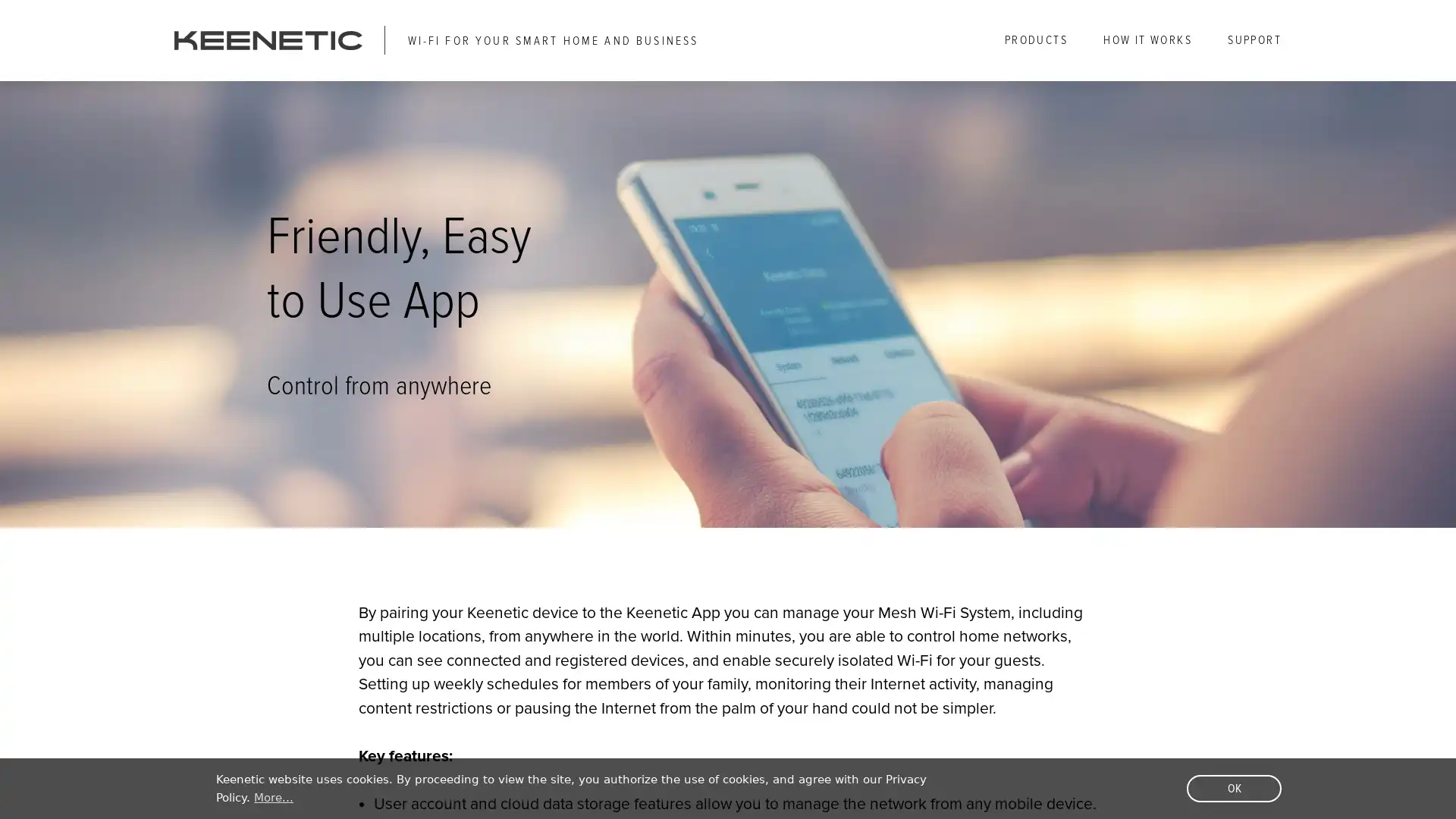 The height and width of the screenshot is (819, 1456). Describe the element at coordinates (1234, 787) in the screenshot. I see `dismiss cookie message` at that location.